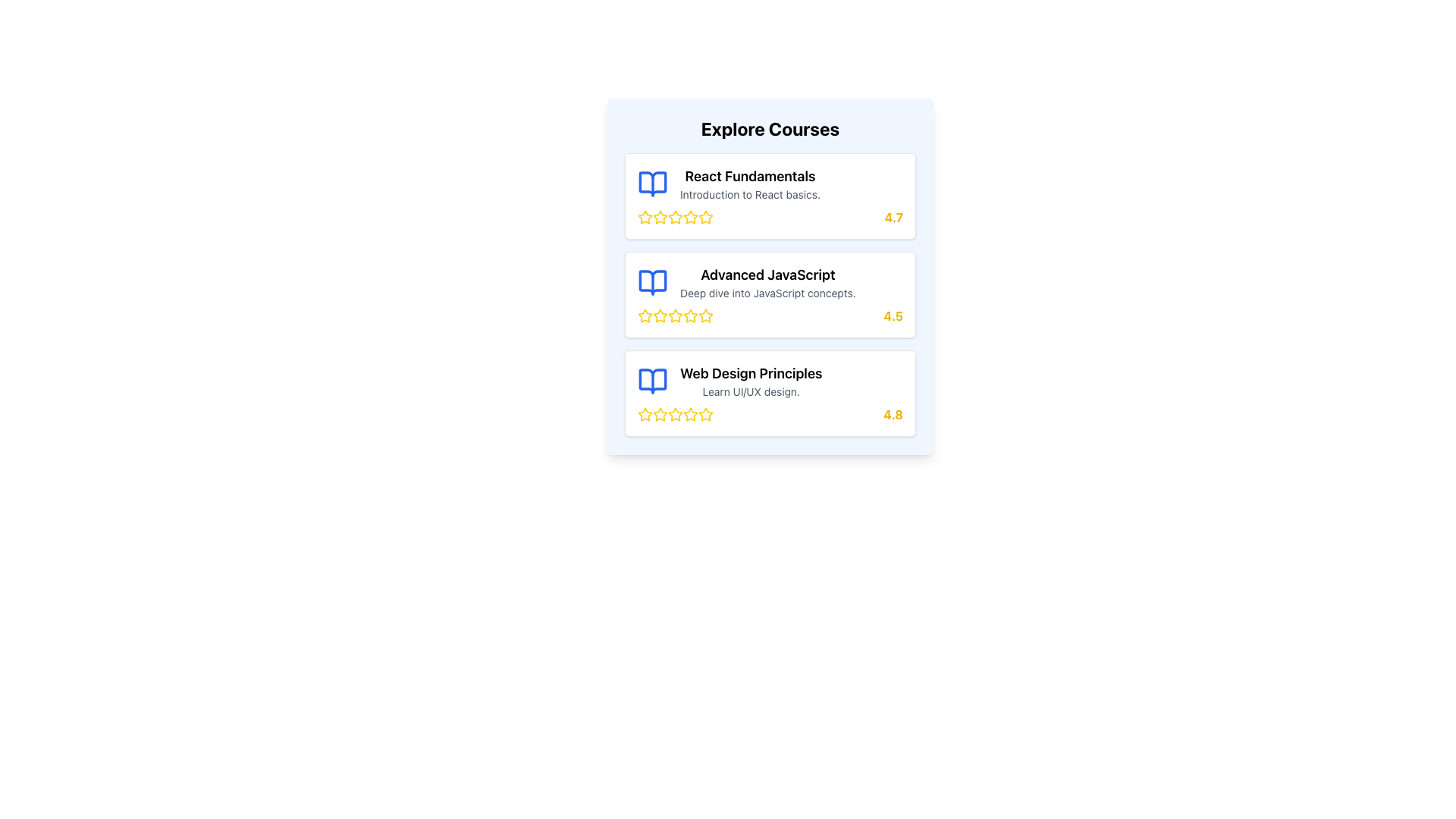  Describe the element at coordinates (675, 315) in the screenshot. I see `the fifth star icon in the 'Advanced JavaScript' course card, which represents the highest rating level` at that location.